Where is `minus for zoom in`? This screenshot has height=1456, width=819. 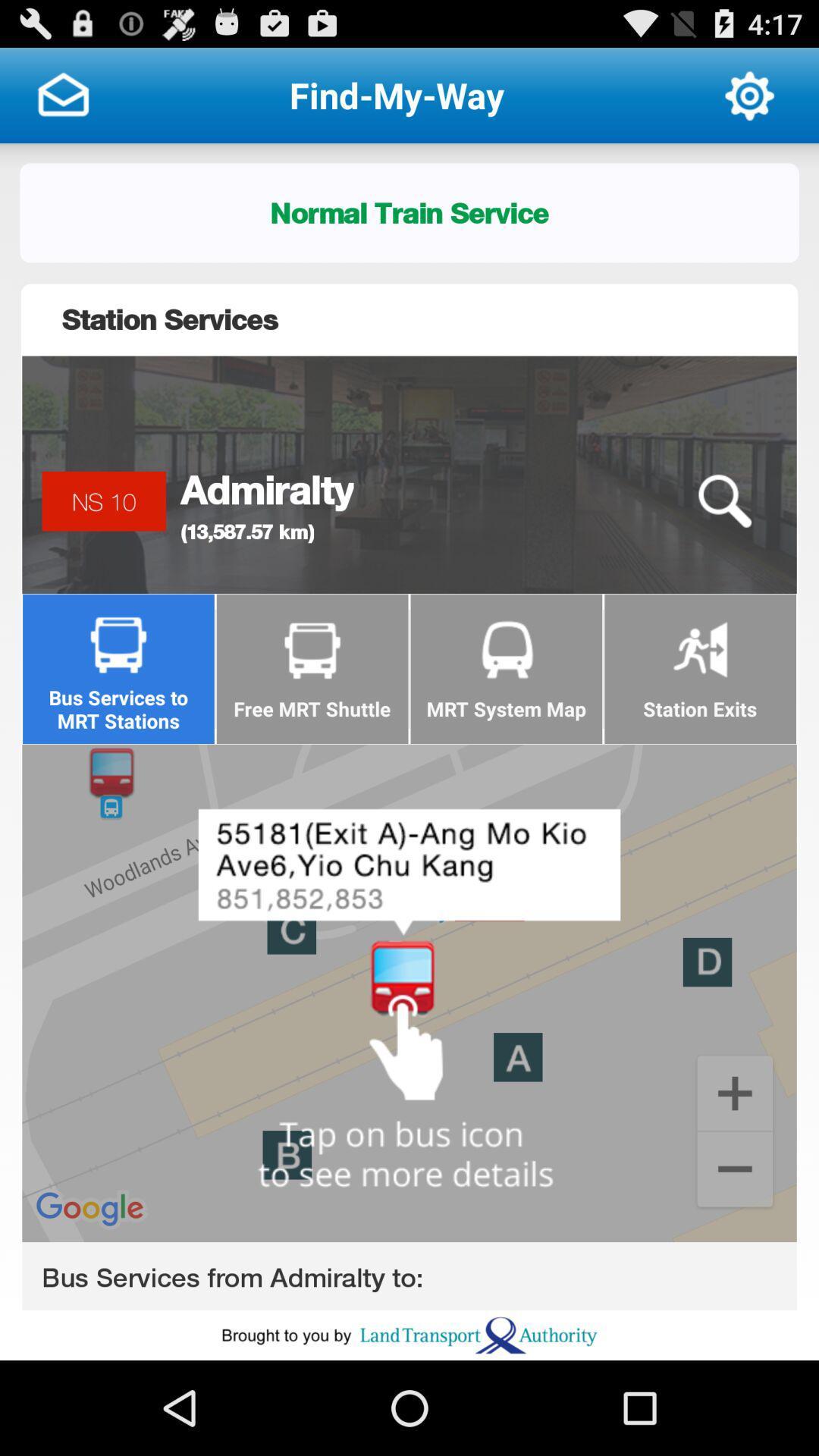
minus for zoom in is located at coordinates (734, 1171).